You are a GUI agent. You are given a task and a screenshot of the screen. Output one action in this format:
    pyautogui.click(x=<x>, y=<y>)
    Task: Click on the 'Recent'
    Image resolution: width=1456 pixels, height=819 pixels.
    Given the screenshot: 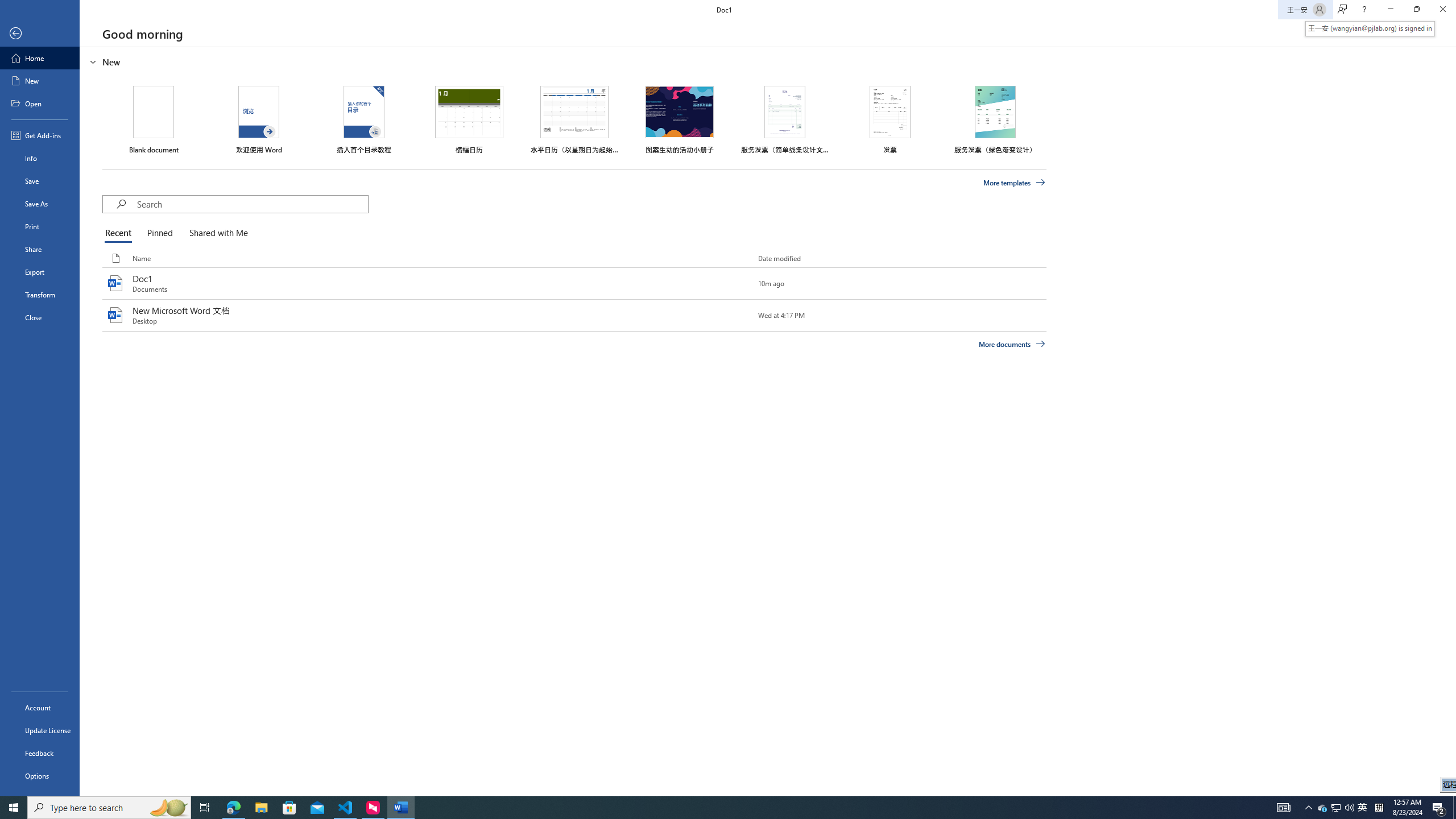 What is the action you would take?
    pyautogui.click(x=120, y=233)
    